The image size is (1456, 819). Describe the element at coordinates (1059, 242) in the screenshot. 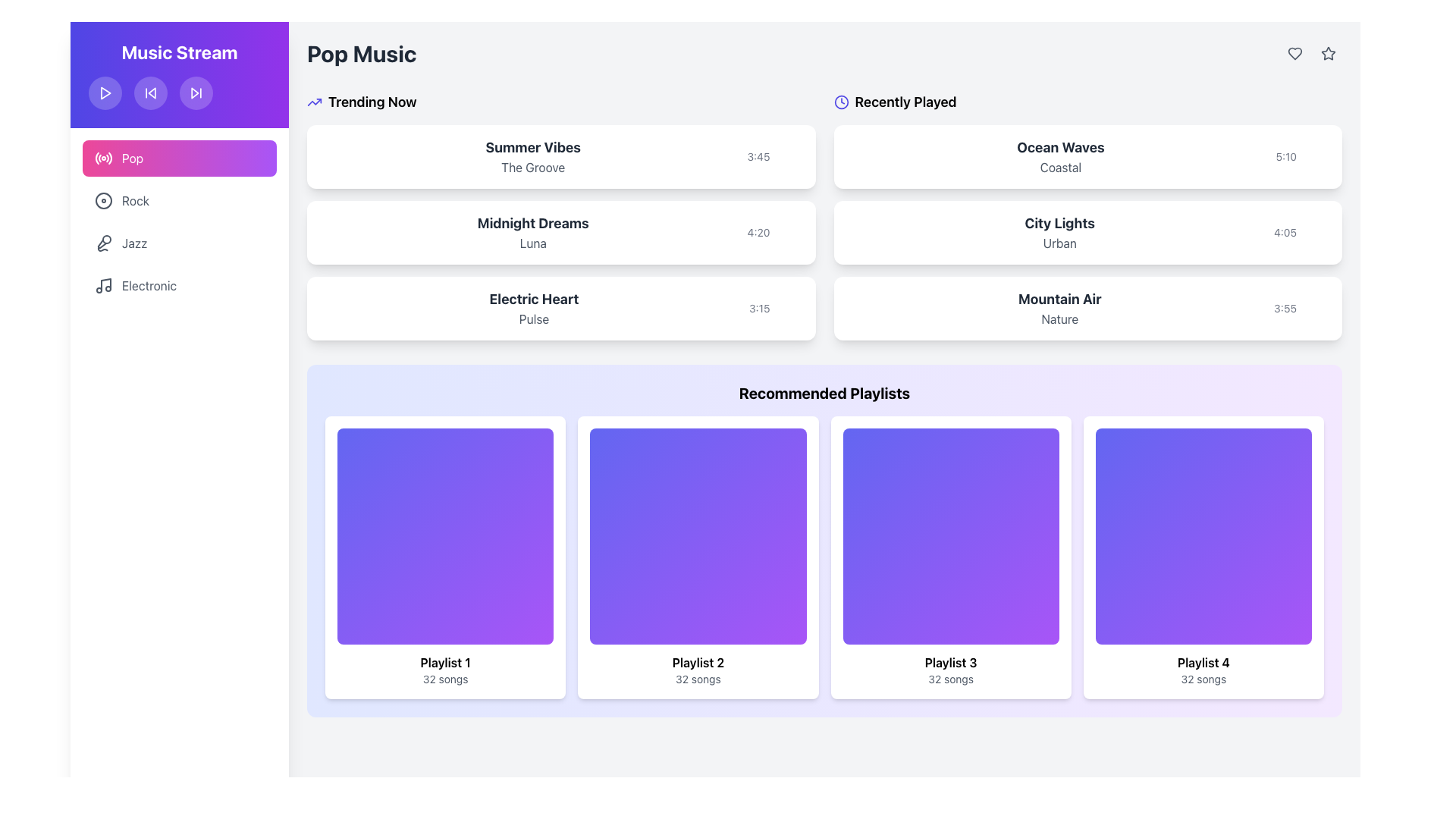

I see `the descriptive text label located below the title 'City Lights' in the 'Recently Played' section, specifically in the third card from the top in the right column` at that location.